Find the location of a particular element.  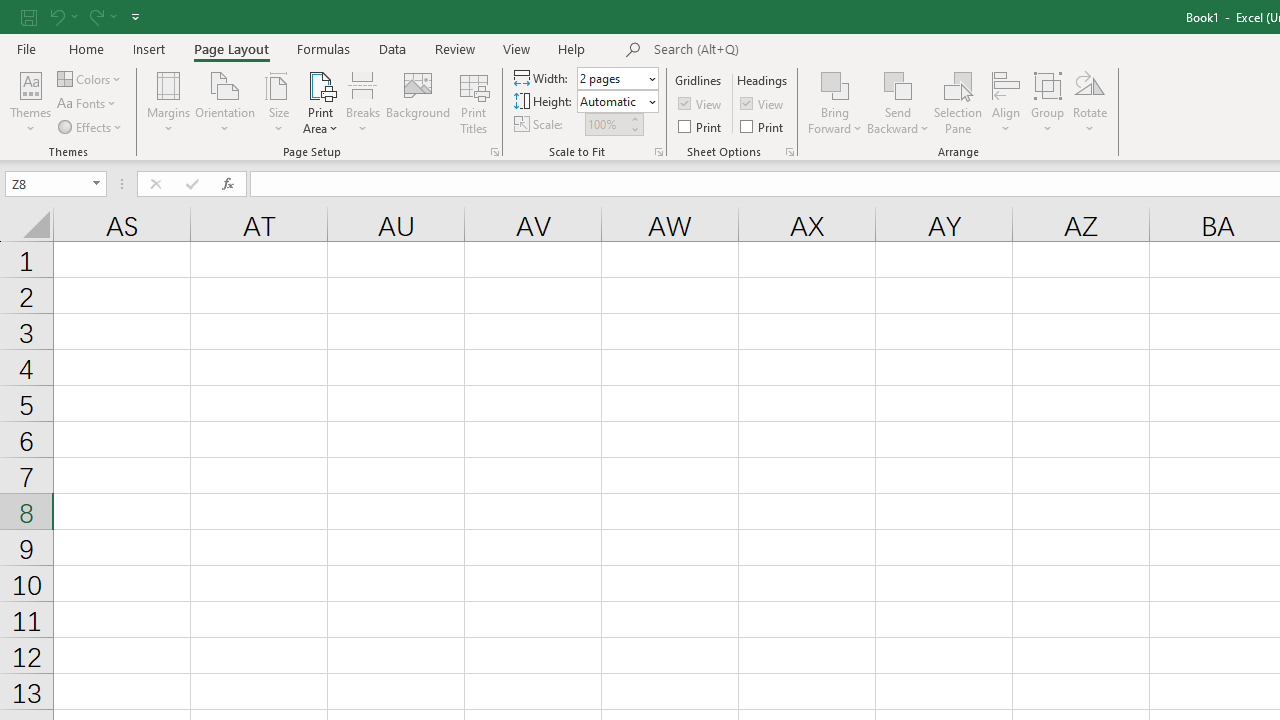

'Align' is located at coordinates (1006, 103).